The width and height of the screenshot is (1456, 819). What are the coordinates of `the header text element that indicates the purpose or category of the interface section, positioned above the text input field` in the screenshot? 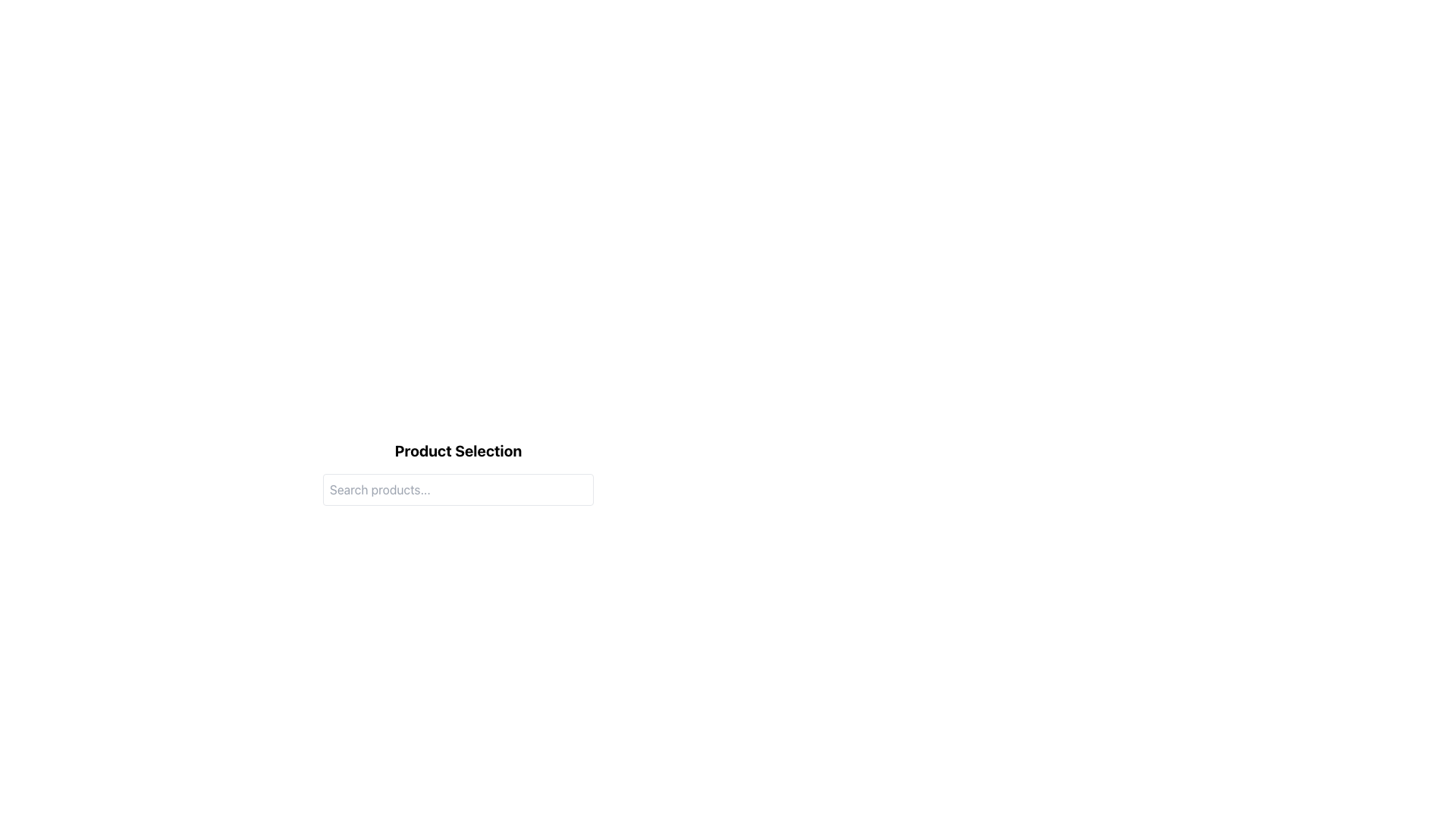 It's located at (457, 450).